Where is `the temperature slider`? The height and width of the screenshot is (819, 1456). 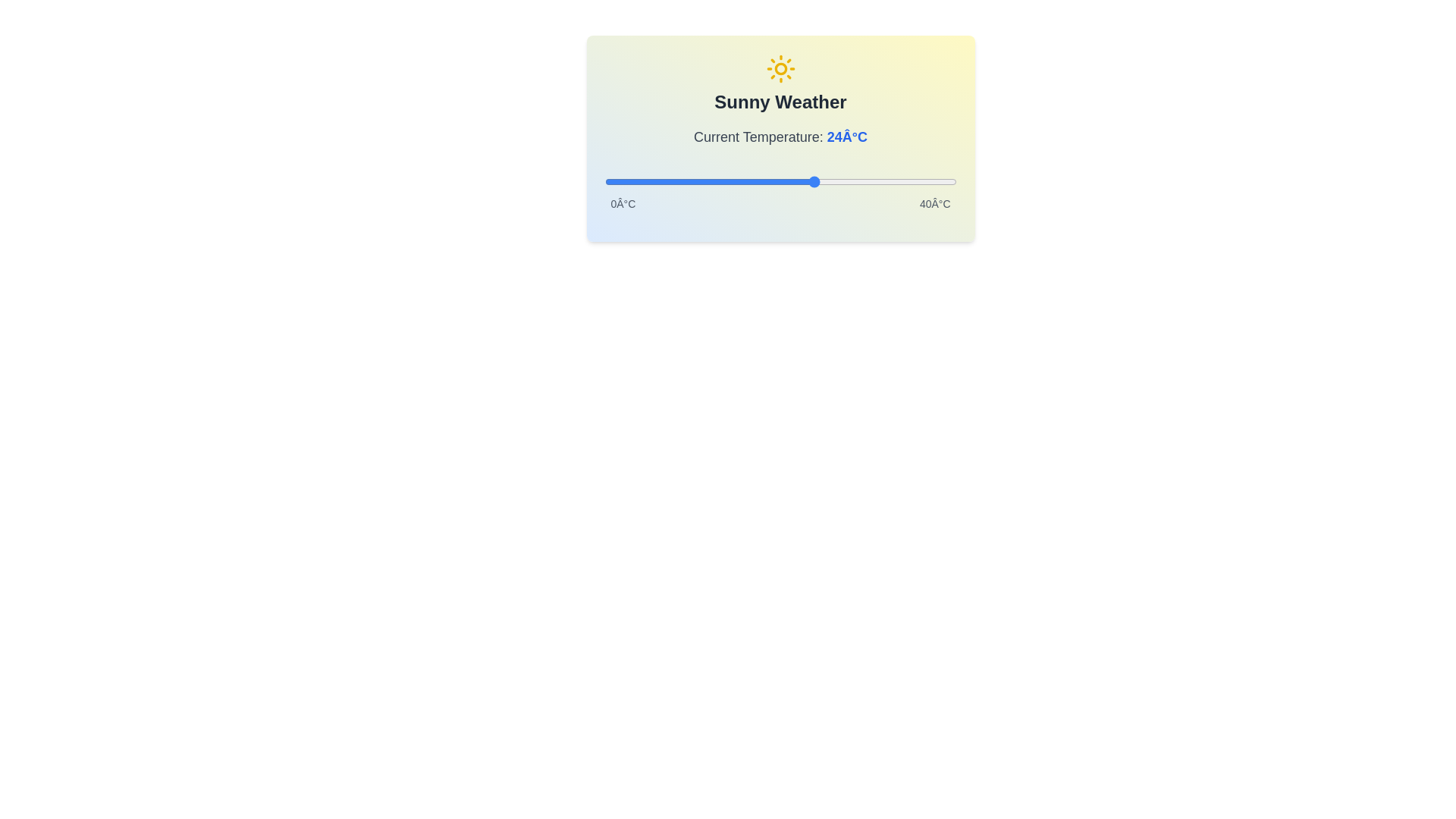 the temperature slider is located at coordinates (771, 180).